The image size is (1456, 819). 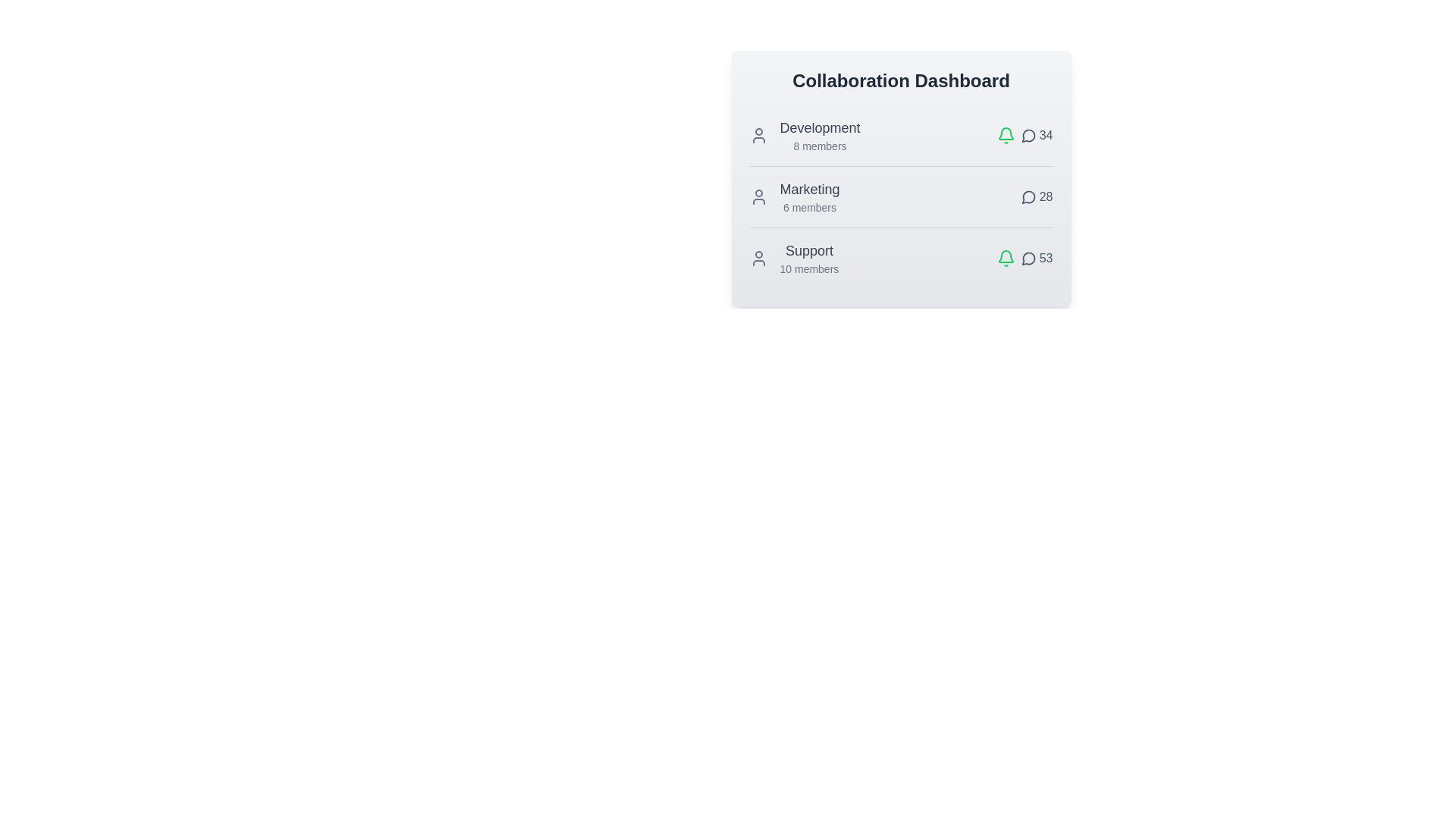 What do you see at coordinates (809, 189) in the screenshot?
I see `the team name Marketing` at bounding box center [809, 189].